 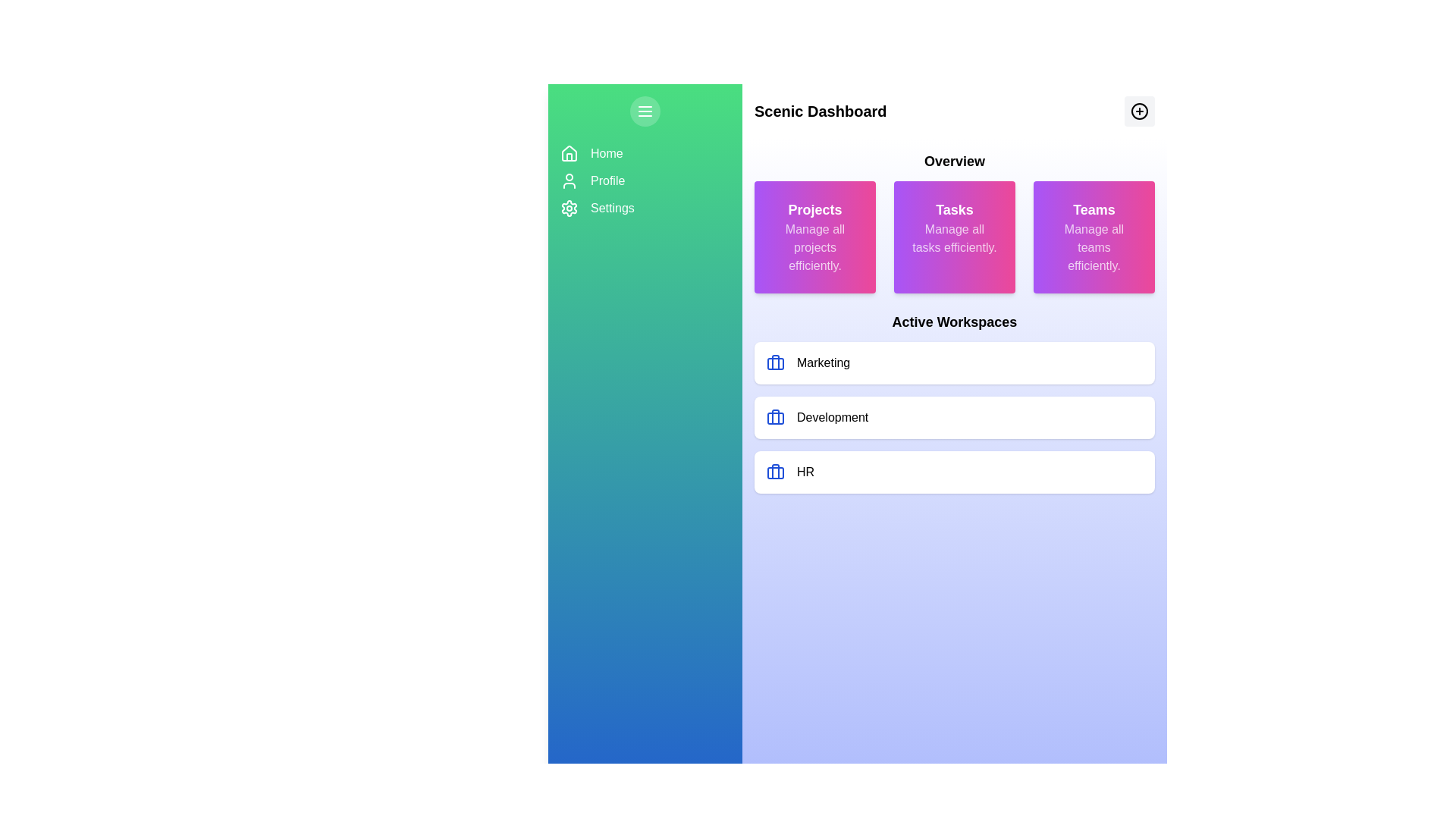 I want to click on the small circular button with a plus sign located at the top-right corner of the UI, adjacent to the header section and labeled areas such as 'Projects,' 'Tasks,' and 'Teams.', so click(x=1139, y=110).